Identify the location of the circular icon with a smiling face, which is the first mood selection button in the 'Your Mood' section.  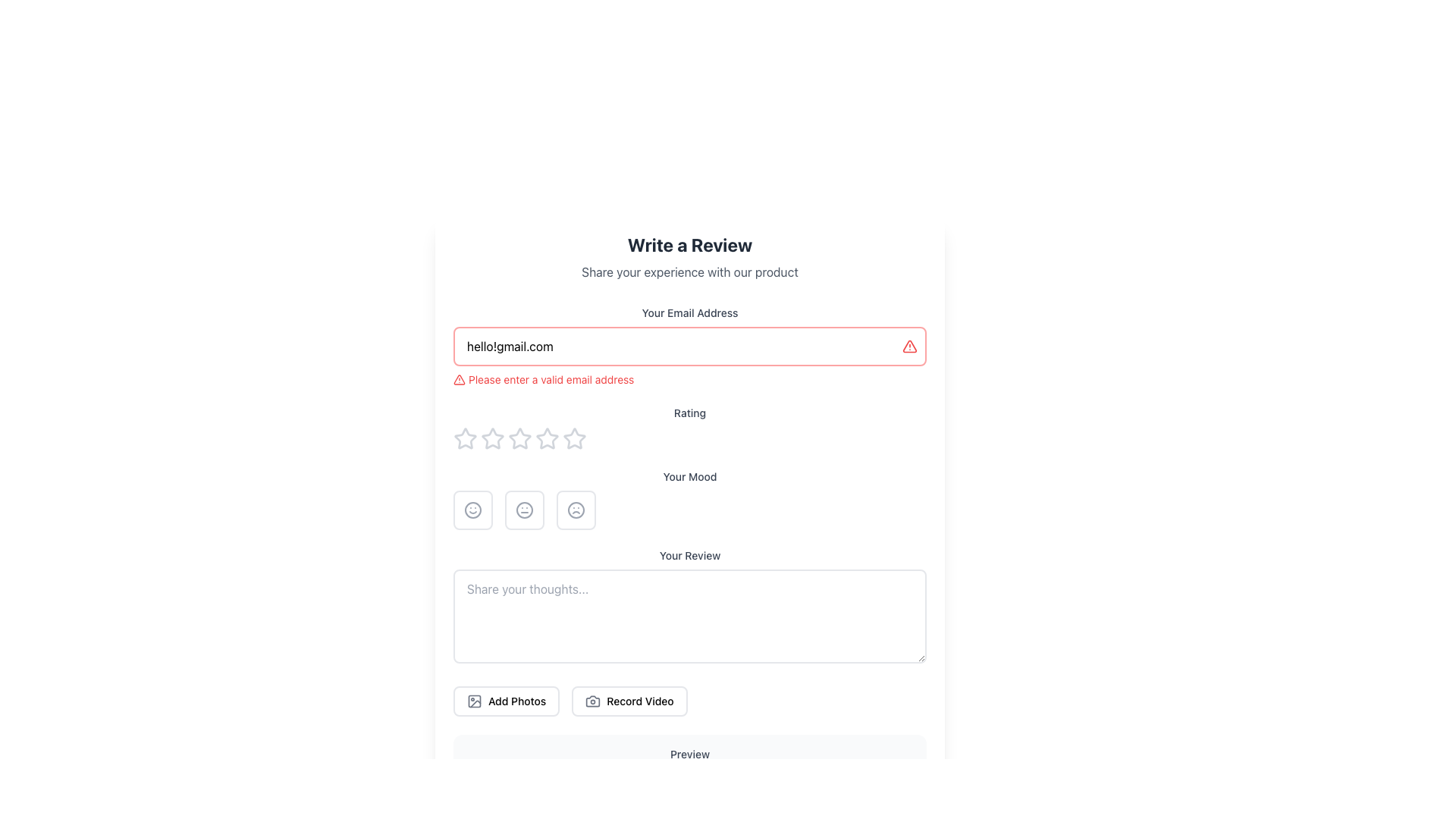
(472, 510).